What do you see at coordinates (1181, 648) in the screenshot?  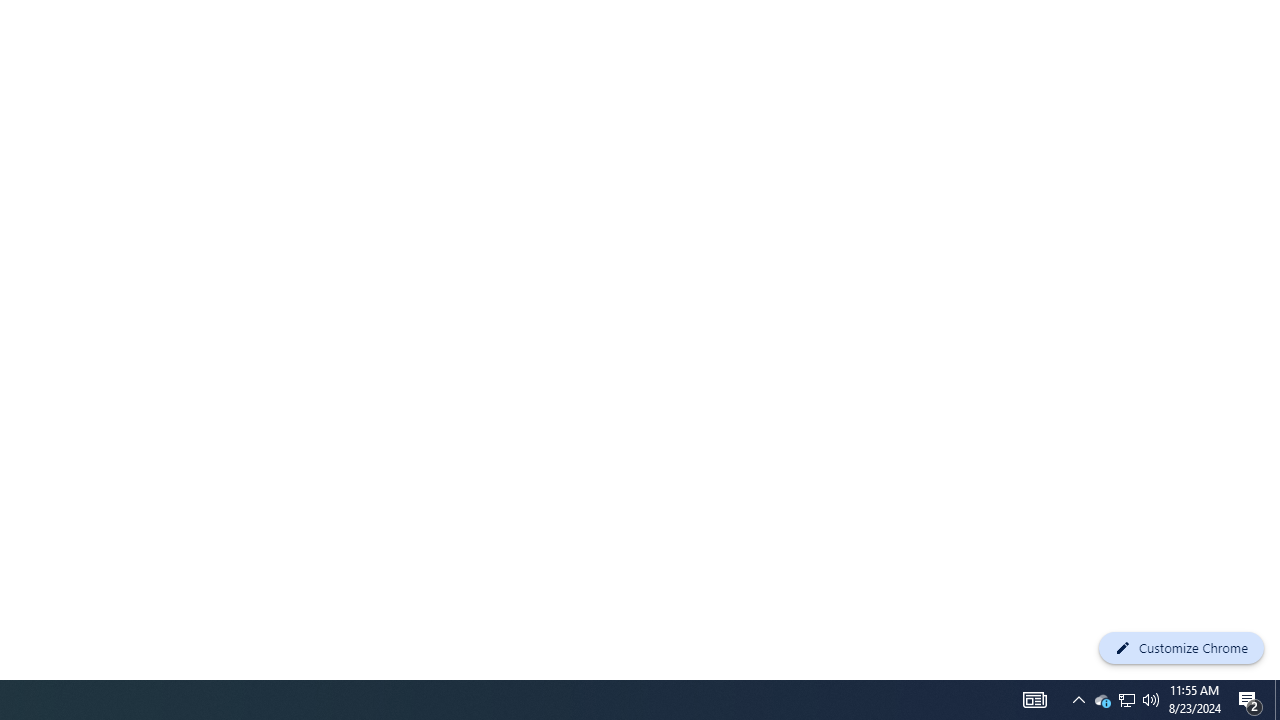 I see `'Customize Chrome'` at bounding box center [1181, 648].